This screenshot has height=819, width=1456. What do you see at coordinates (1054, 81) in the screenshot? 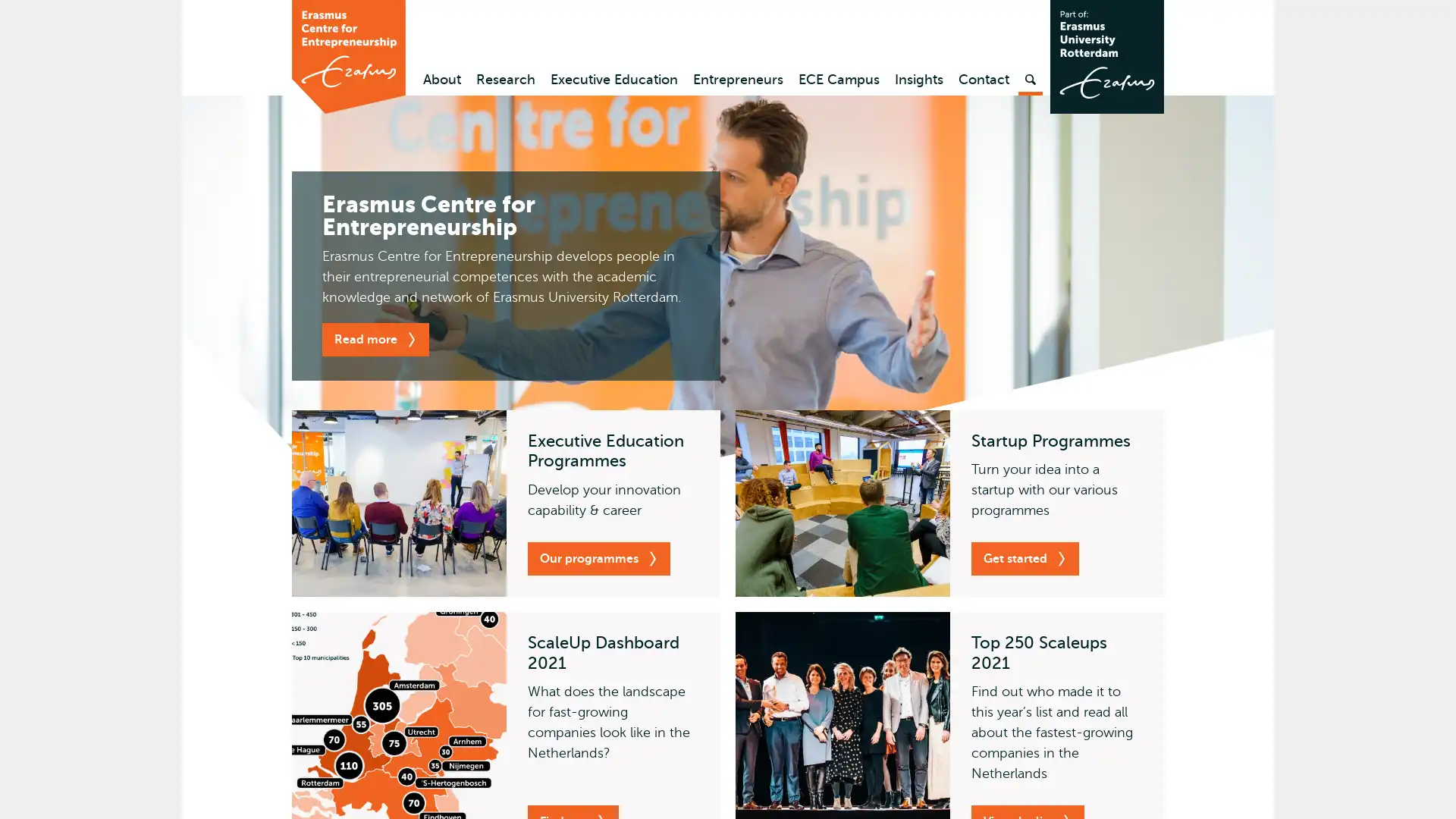
I see `Search` at bounding box center [1054, 81].